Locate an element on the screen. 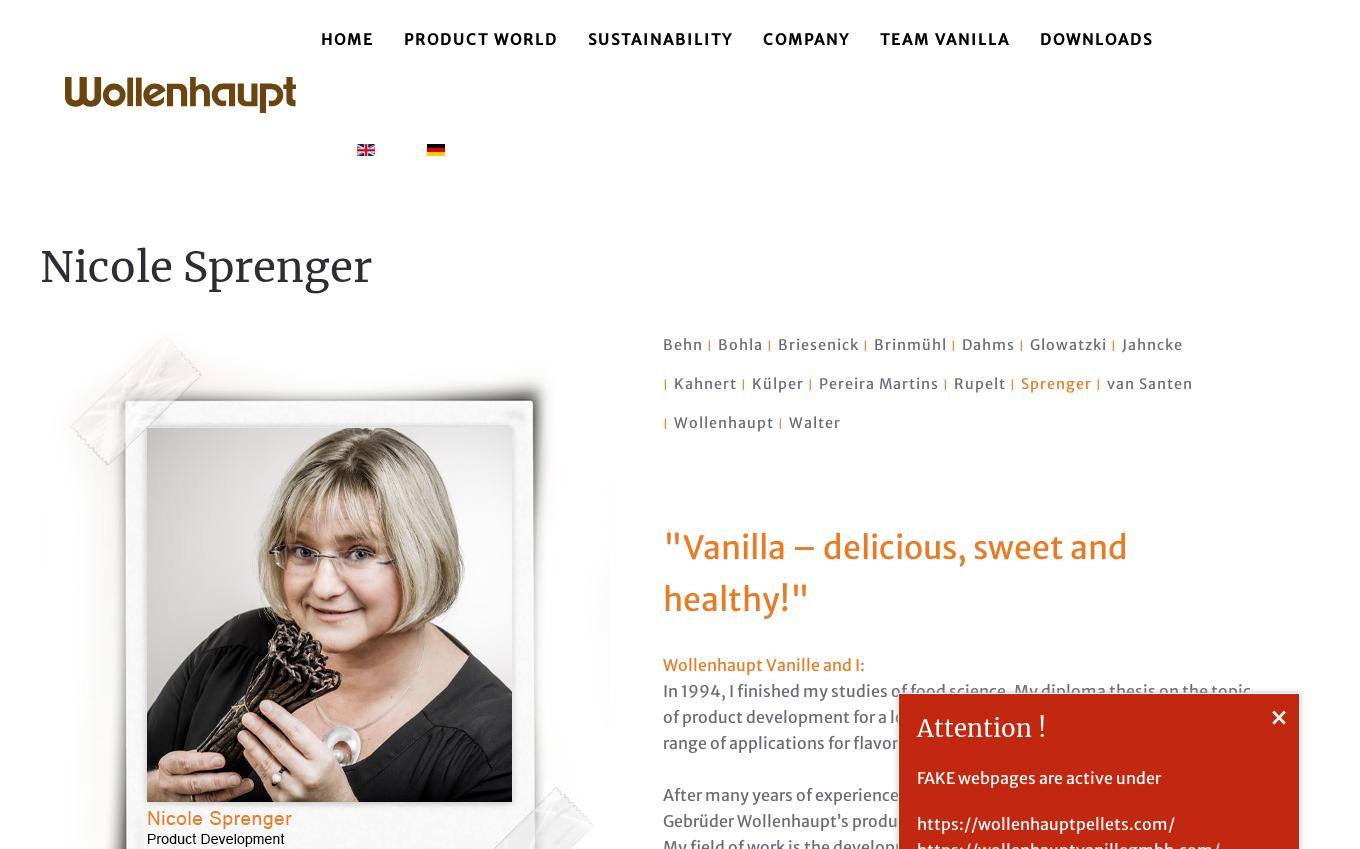 The width and height of the screenshot is (1360, 849). 'Rupelt' is located at coordinates (978, 383).